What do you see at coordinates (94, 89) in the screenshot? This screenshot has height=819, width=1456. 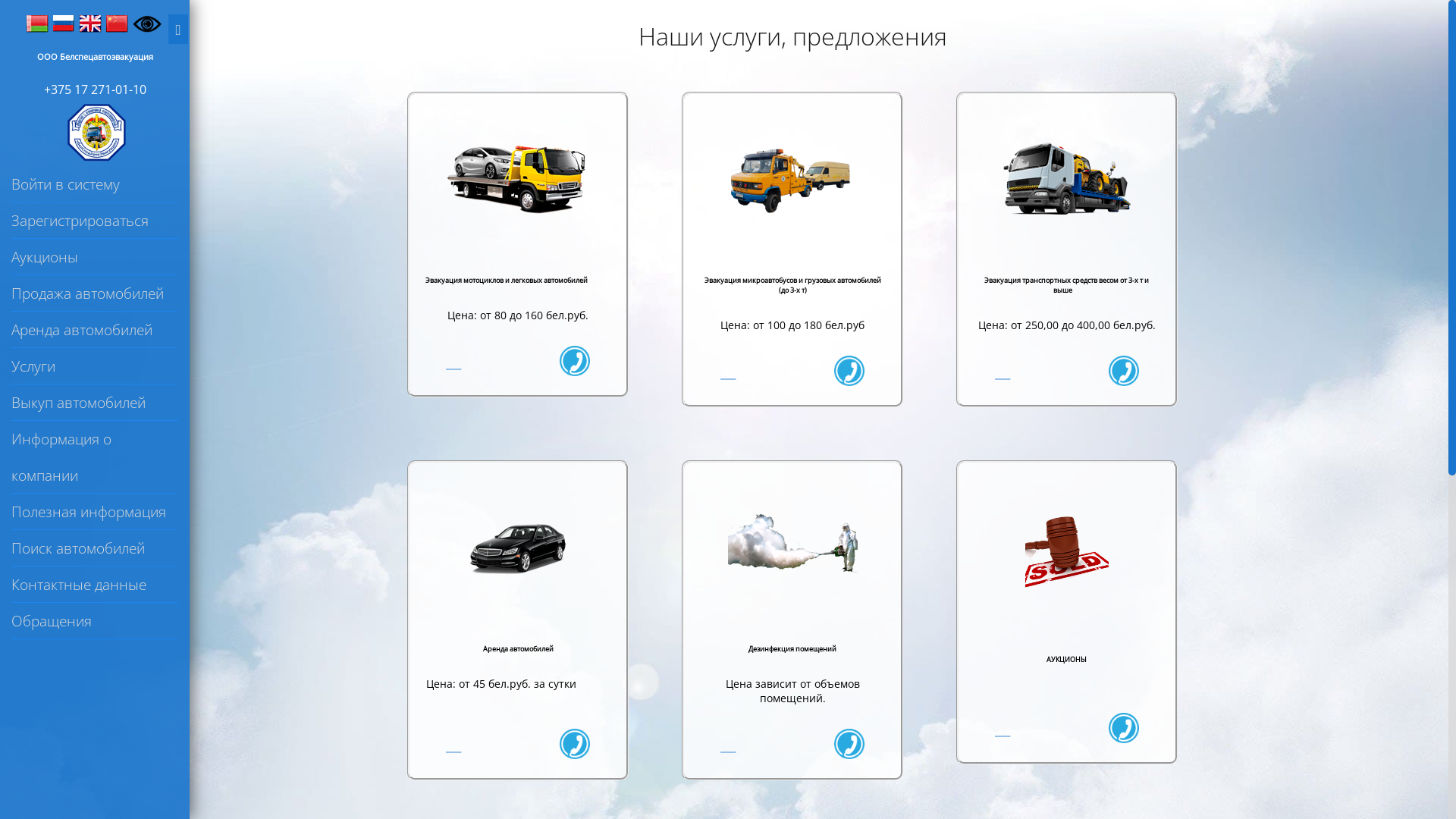 I see `'+375 17 271-01-10'` at bounding box center [94, 89].